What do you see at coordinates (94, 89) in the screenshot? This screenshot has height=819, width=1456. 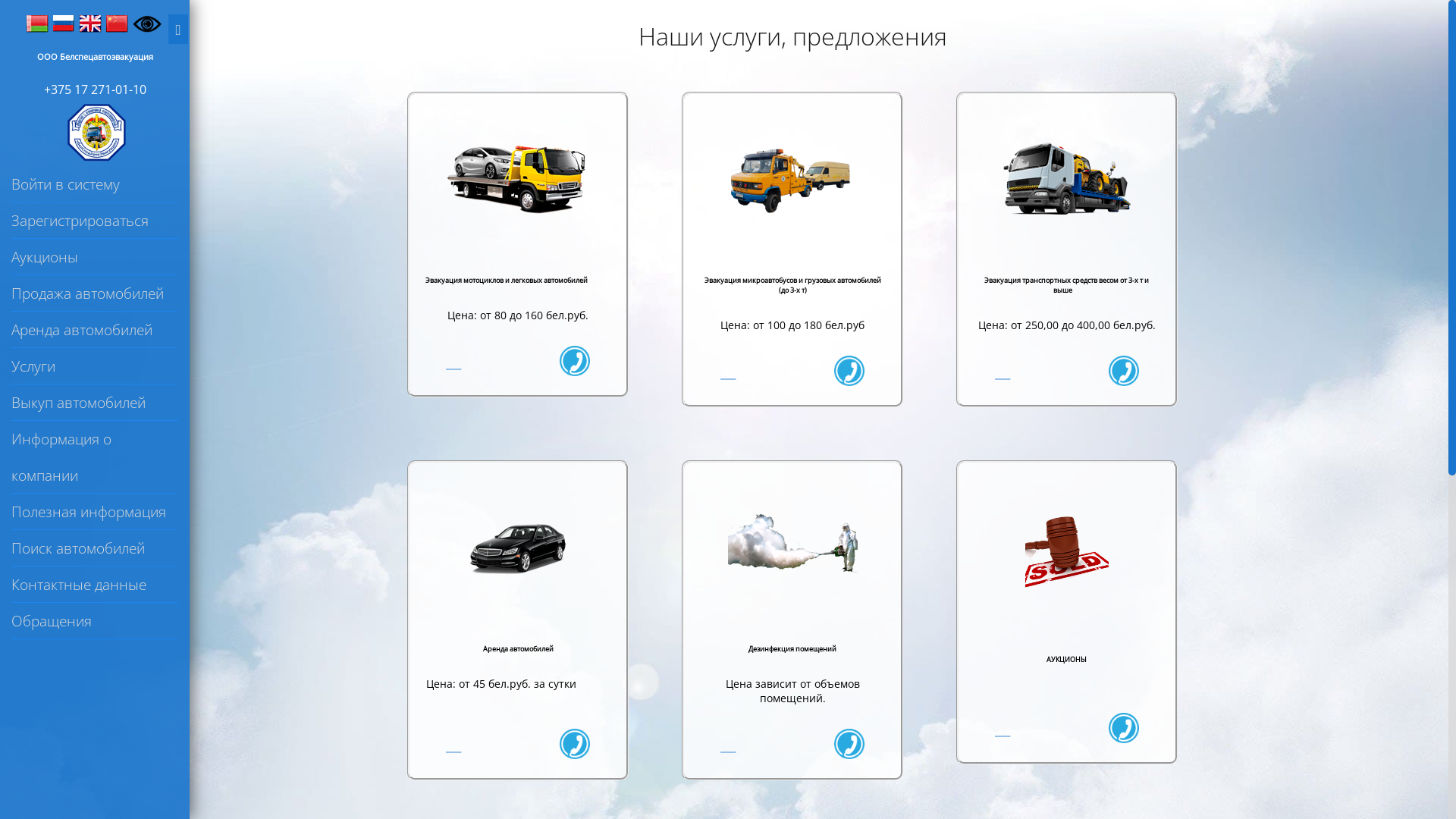 I see `'+375 17 271-01-10'` at bounding box center [94, 89].